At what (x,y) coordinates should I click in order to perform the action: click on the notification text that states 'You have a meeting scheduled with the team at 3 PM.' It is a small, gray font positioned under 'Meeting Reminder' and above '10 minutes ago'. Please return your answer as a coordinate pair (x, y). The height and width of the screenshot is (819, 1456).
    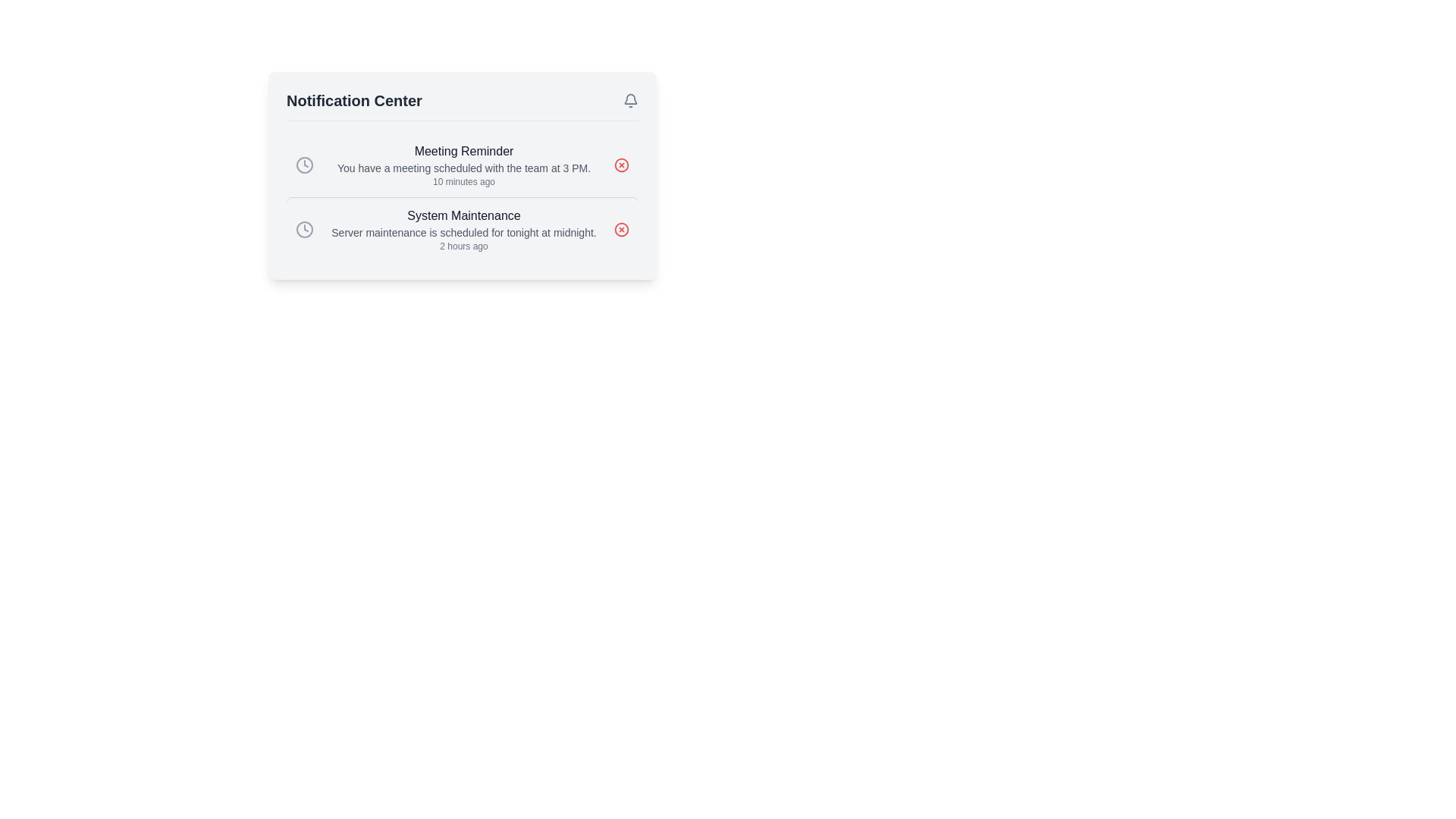
    Looking at the image, I should click on (463, 168).